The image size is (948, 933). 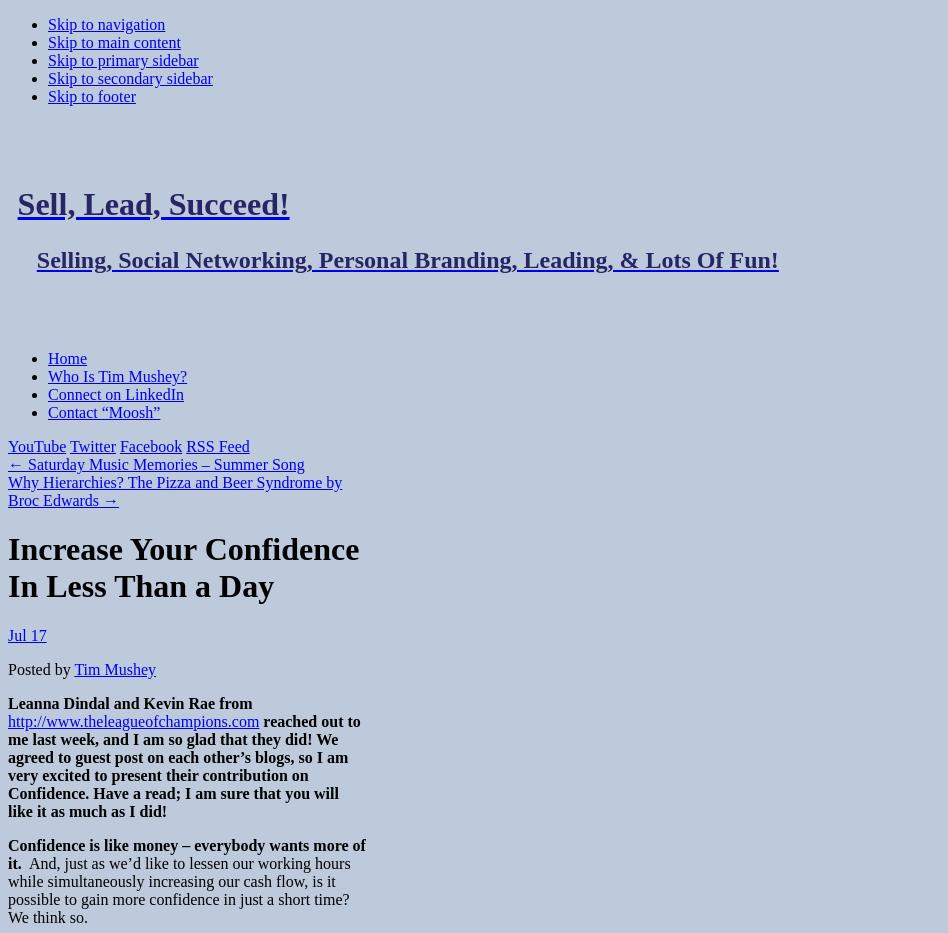 I want to click on 'http://www.theleagueofchampions.com', so click(x=132, y=720).